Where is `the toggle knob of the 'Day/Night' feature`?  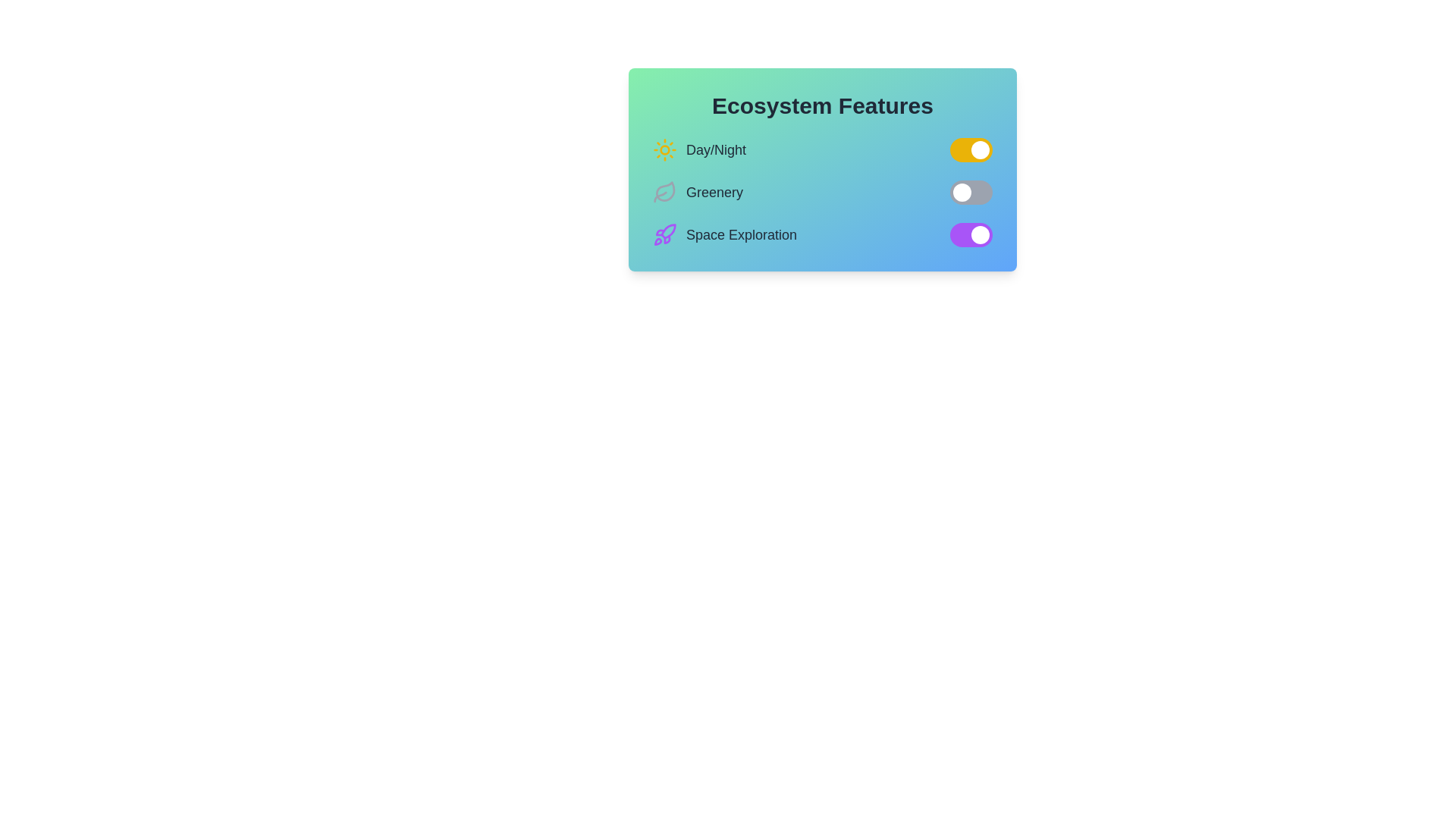
the toggle knob of the 'Day/Night' feature is located at coordinates (980, 149).